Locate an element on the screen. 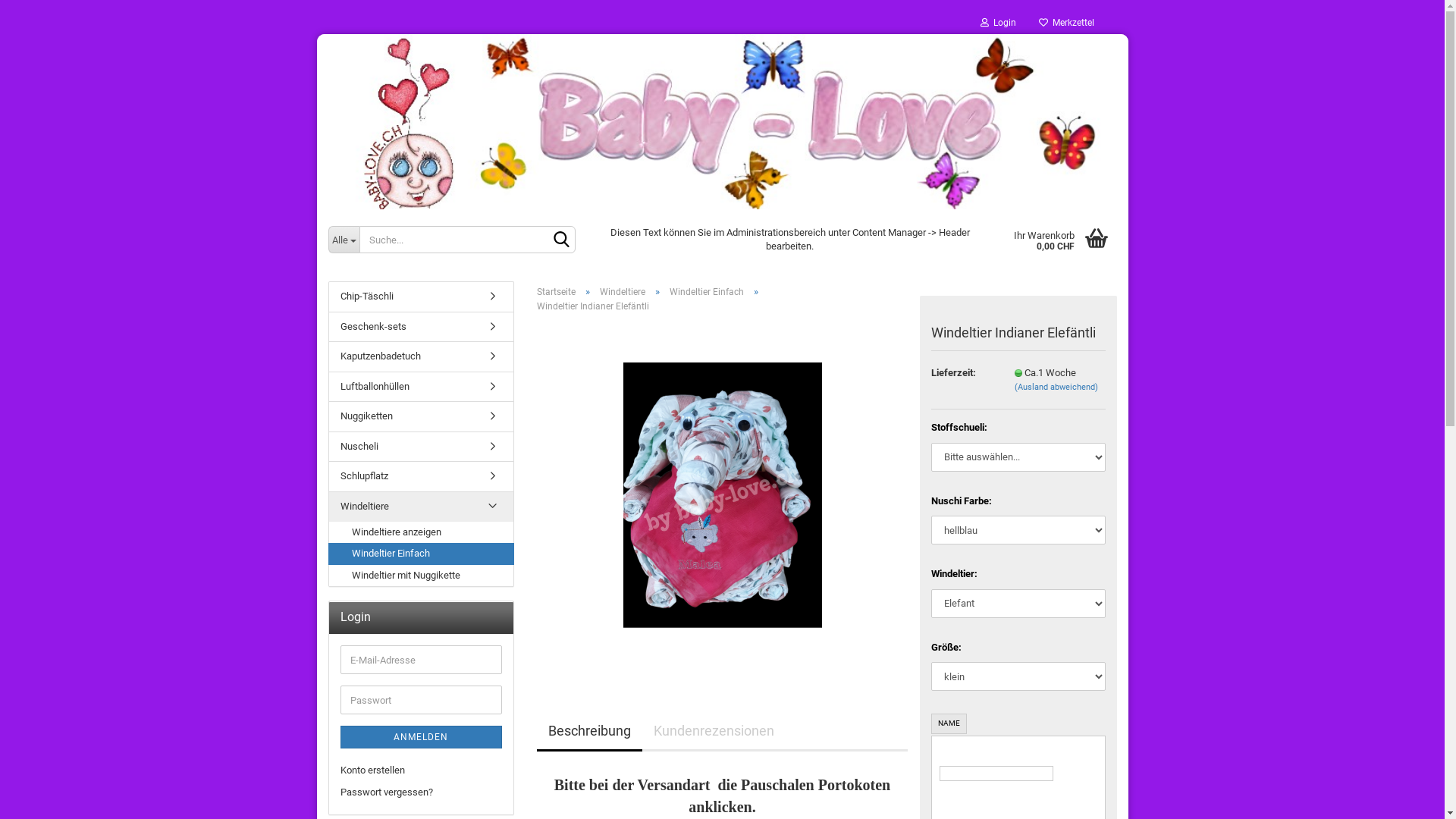 This screenshot has height=819, width=1456. 'Windeltier mit Nuggikette' is located at coordinates (421, 576).